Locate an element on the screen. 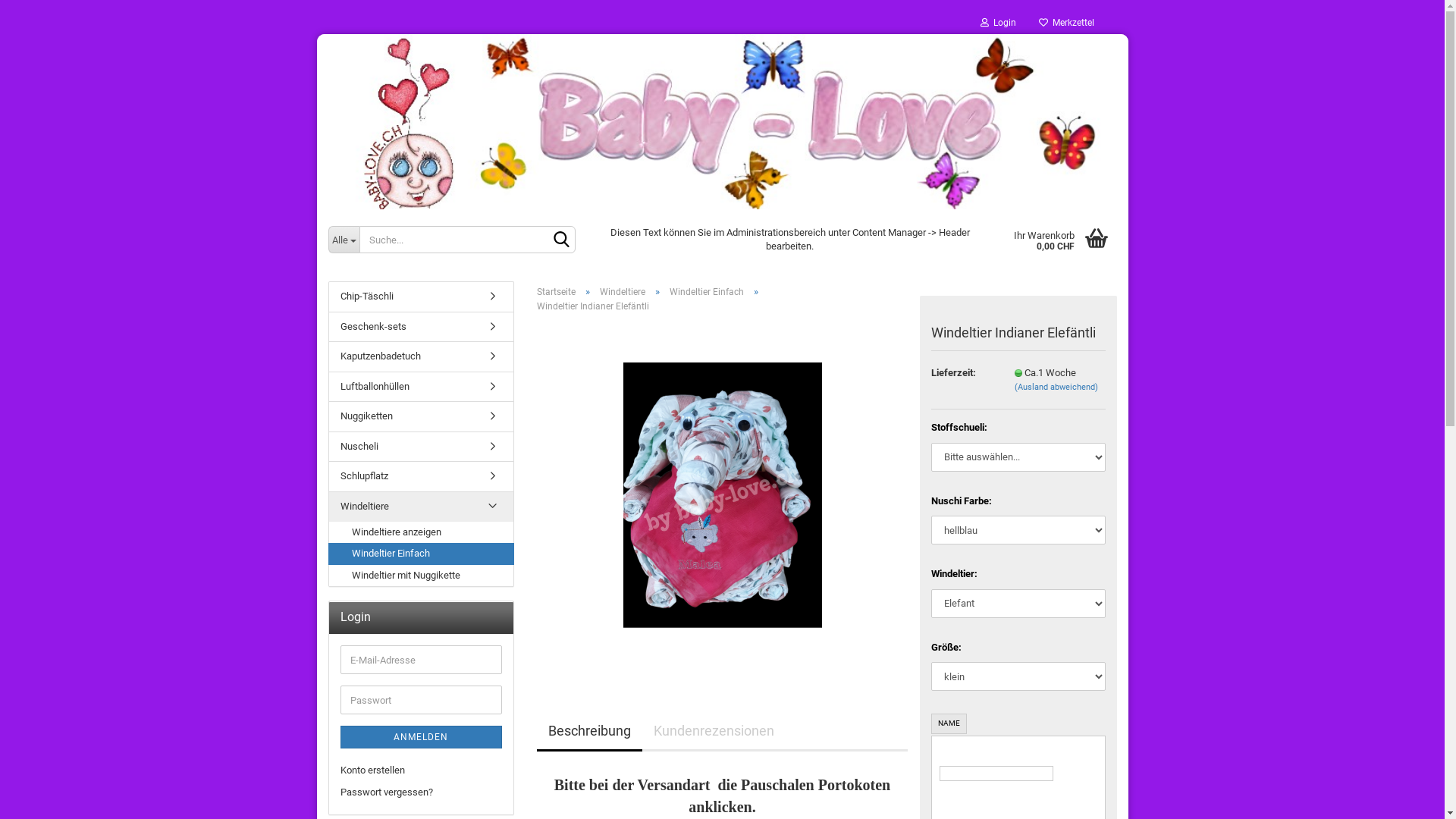 This screenshot has height=819, width=1456. 'Windeltier mit Nuggikette' is located at coordinates (421, 576).